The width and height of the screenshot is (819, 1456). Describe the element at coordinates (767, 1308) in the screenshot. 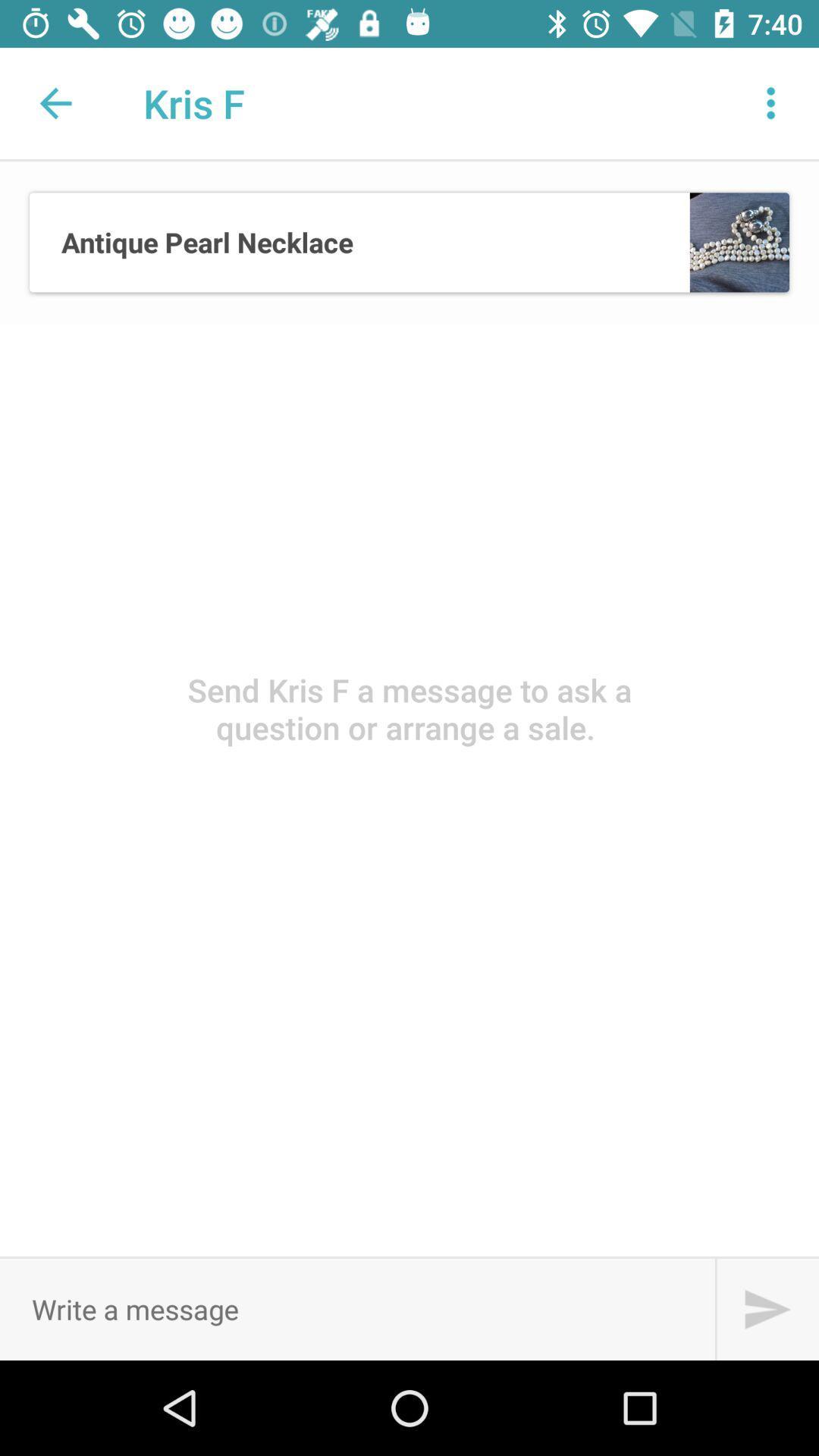

I see `search box` at that location.